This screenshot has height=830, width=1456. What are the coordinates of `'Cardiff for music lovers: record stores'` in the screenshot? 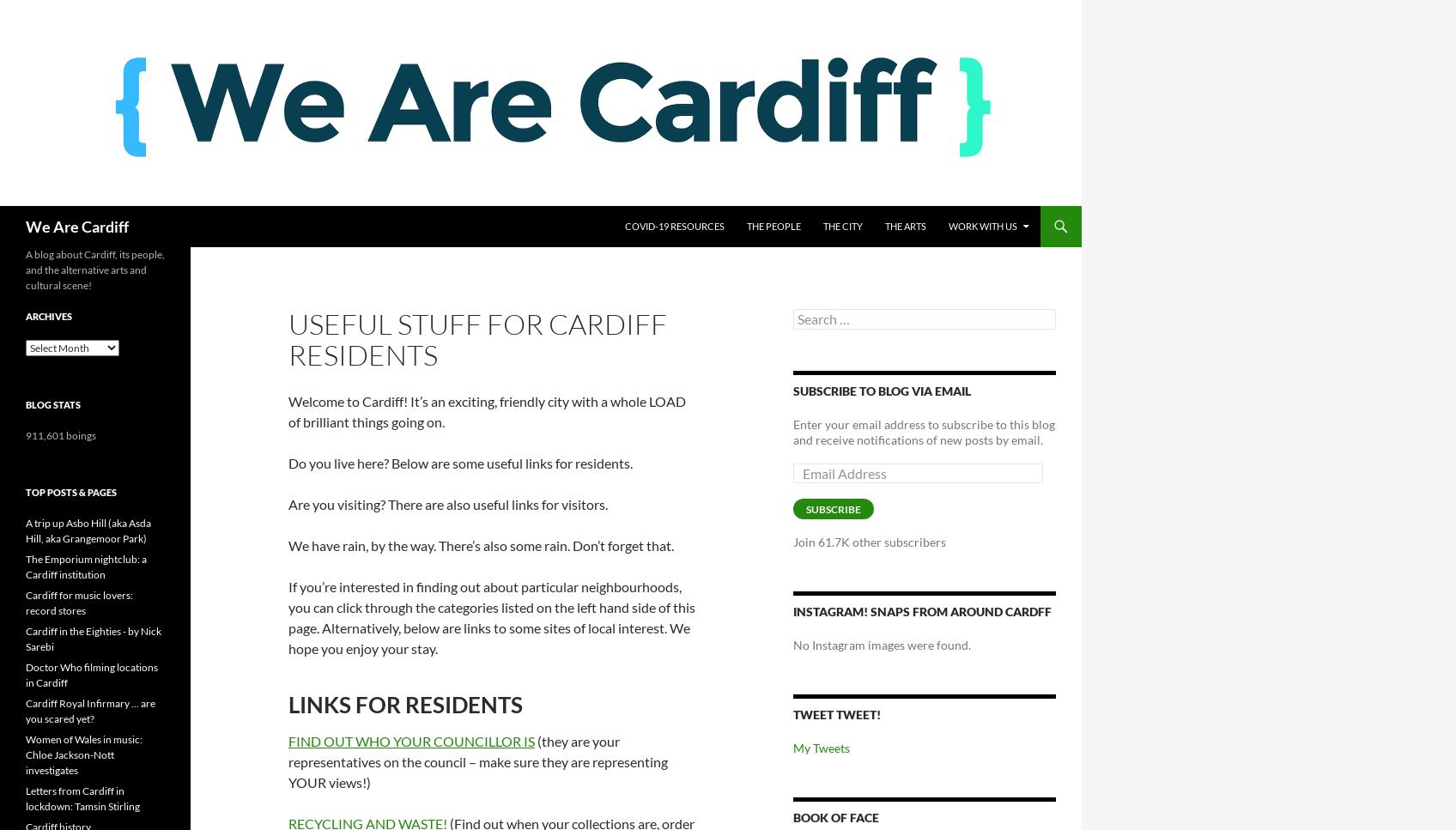 It's located at (78, 603).